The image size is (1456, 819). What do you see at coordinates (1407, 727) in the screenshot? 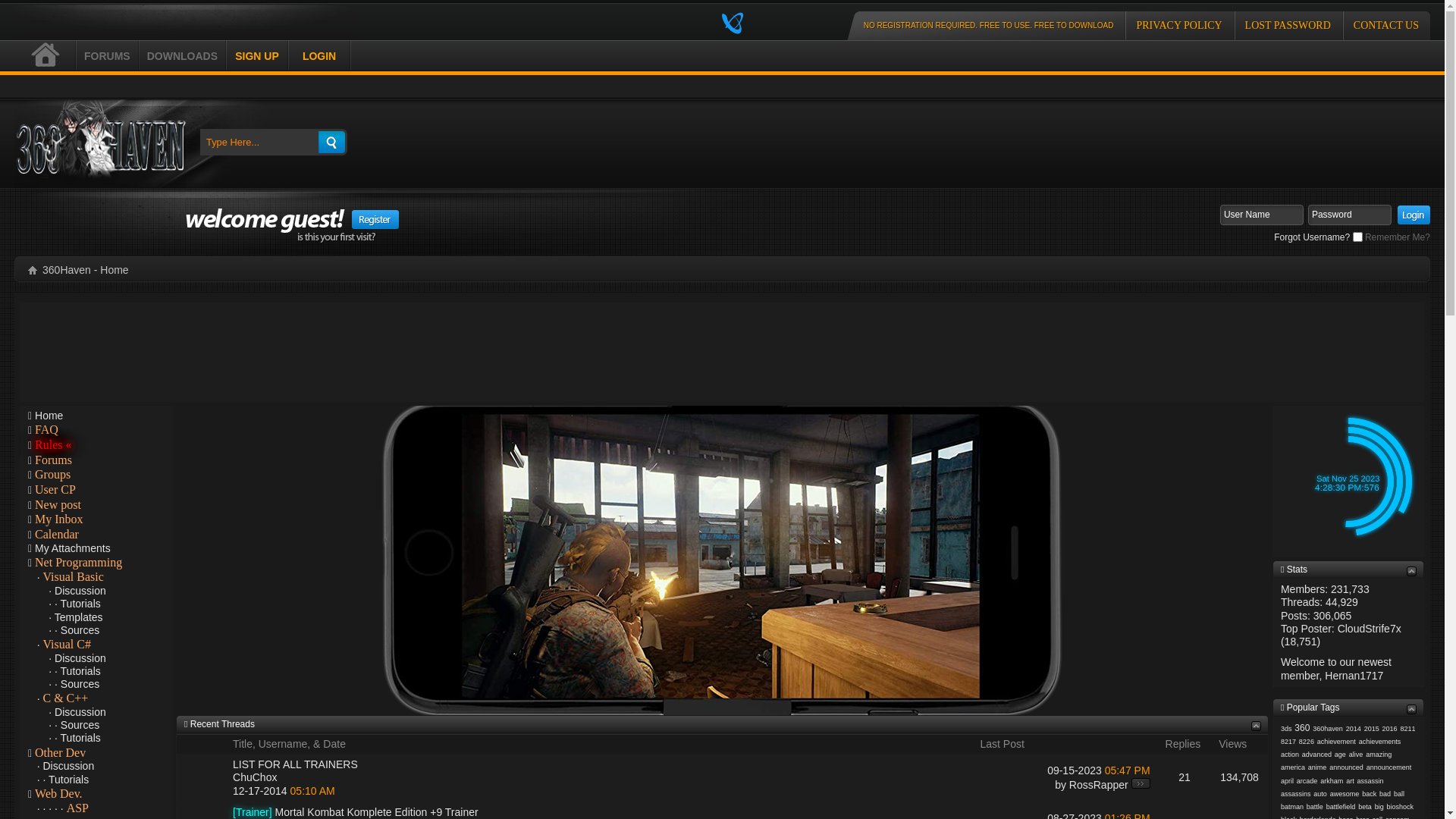
I see `'8211'` at bounding box center [1407, 727].